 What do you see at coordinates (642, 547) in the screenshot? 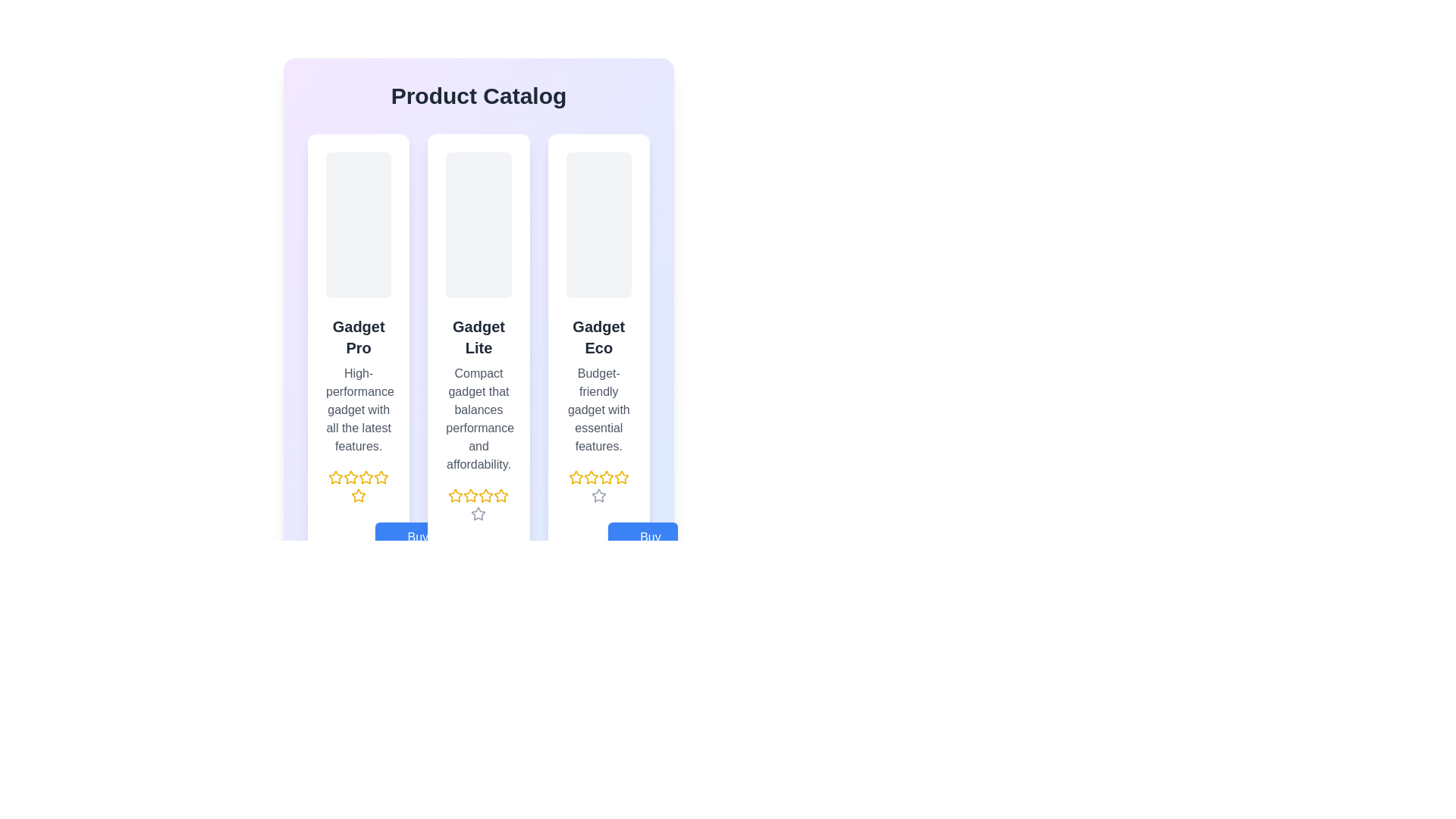
I see `the 'Buy Now' button with a blue background and a shopping cart icon, located in the lower section of the 'Gadget Eco' card` at bounding box center [642, 547].